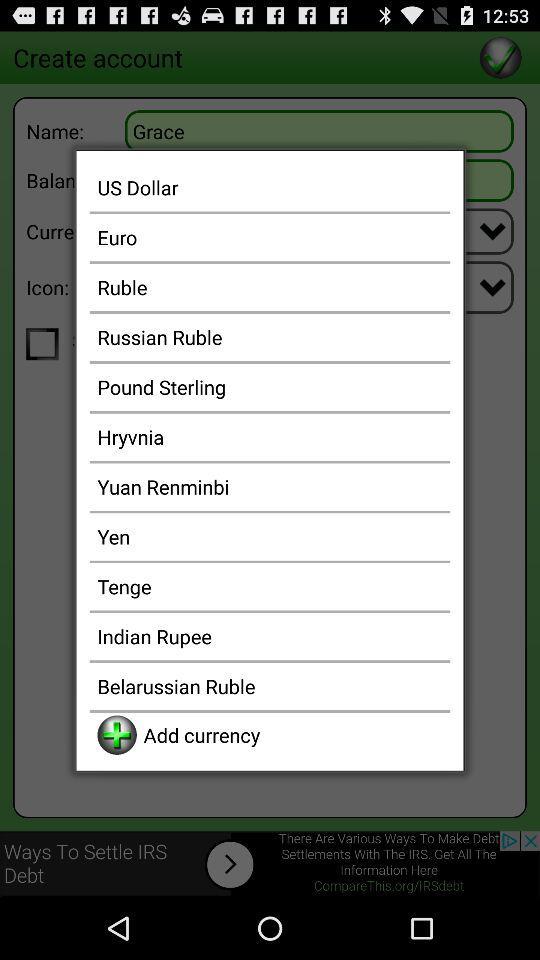 The height and width of the screenshot is (960, 540). What do you see at coordinates (292, 734) in the screenshot?
I see `the add currency app` at bounding box center [292, 734].